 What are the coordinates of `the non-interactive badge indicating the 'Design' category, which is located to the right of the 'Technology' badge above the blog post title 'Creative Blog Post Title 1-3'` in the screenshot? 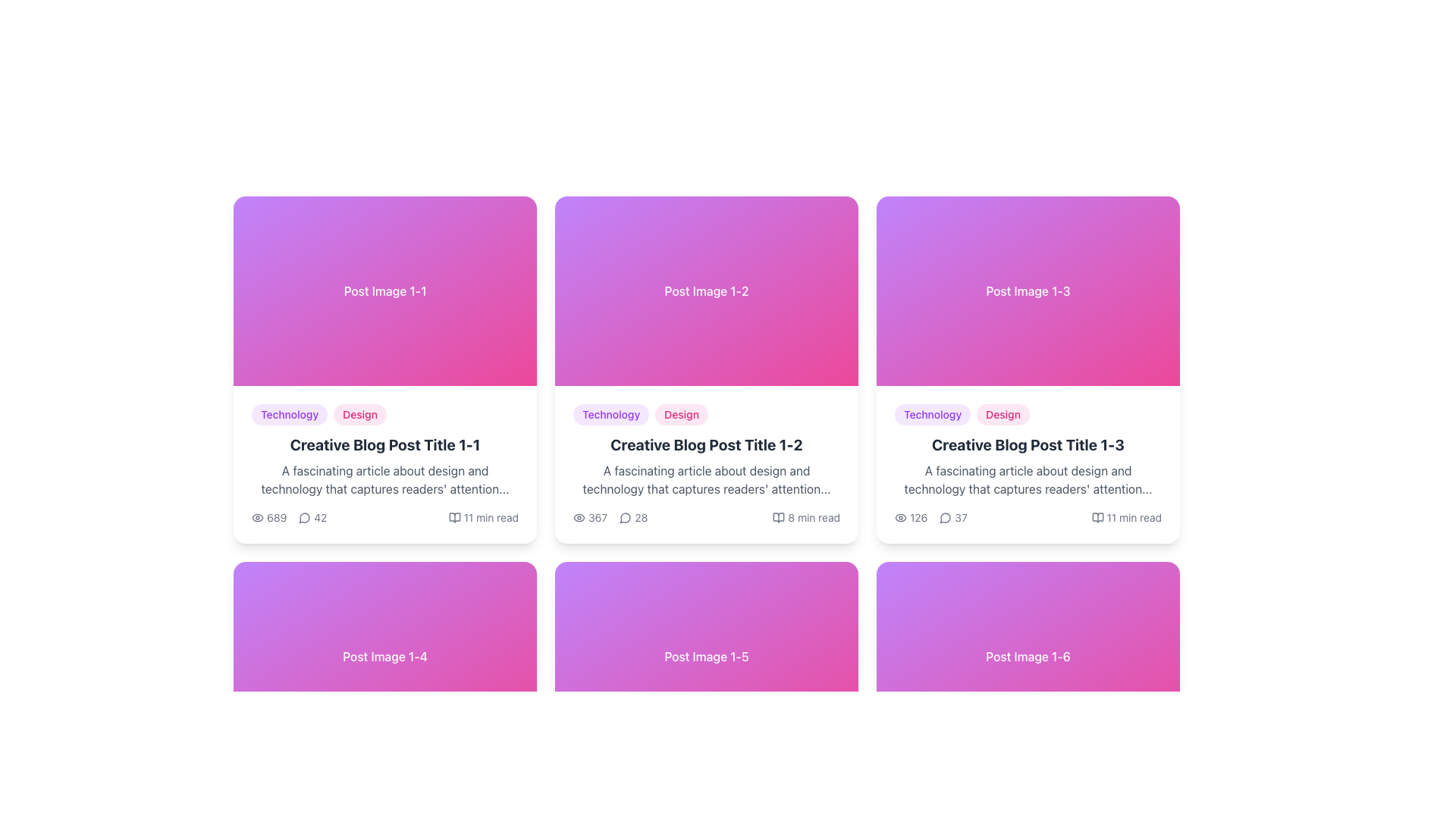 It's located at (1003, 415).